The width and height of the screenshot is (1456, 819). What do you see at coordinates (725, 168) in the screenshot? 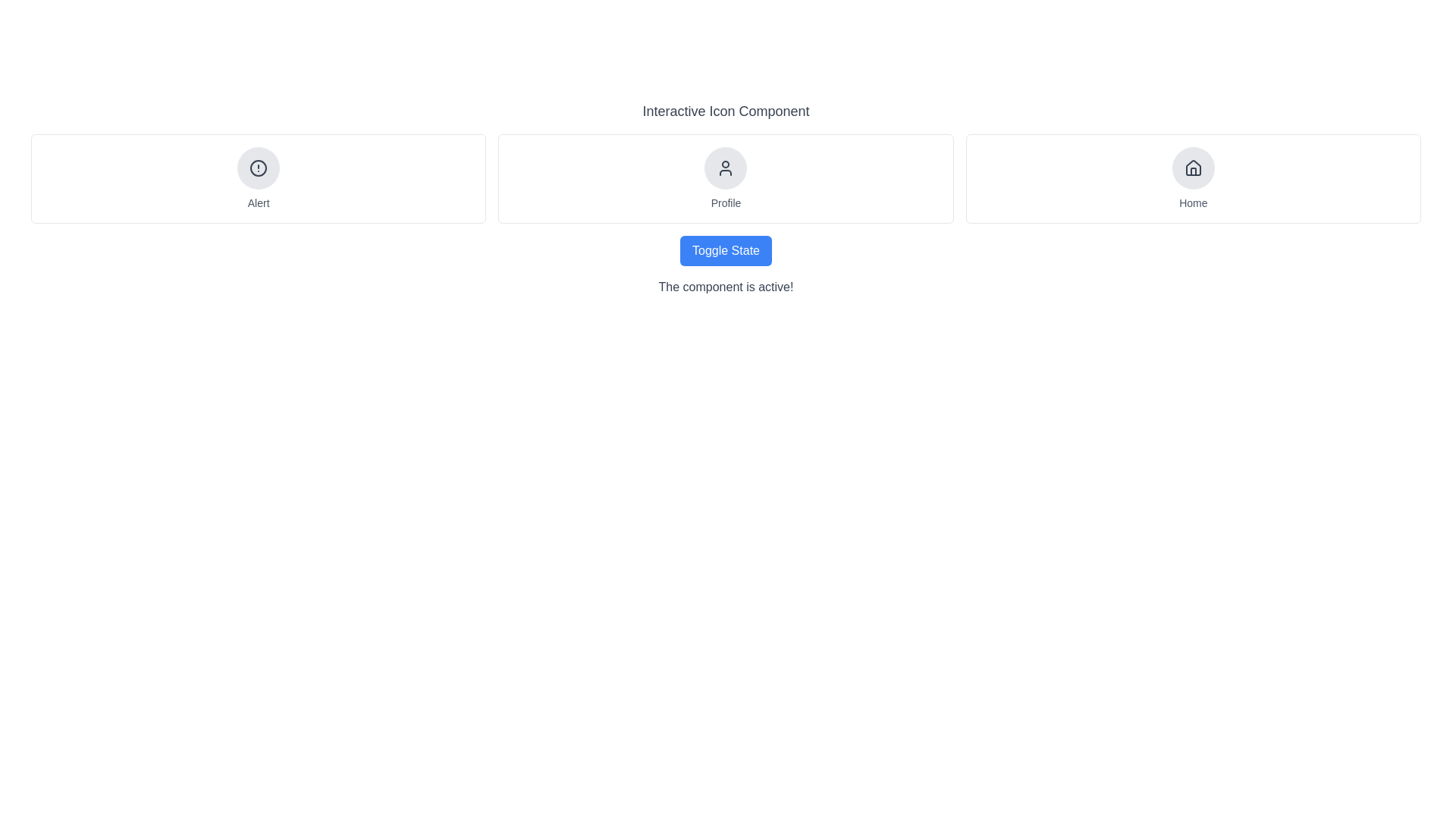
I see `the circular profile icon with a light gray background and dark gray outline, located under the 'Profile' label between 'Alert' and 'Home'` at bounding box center [725, 168].